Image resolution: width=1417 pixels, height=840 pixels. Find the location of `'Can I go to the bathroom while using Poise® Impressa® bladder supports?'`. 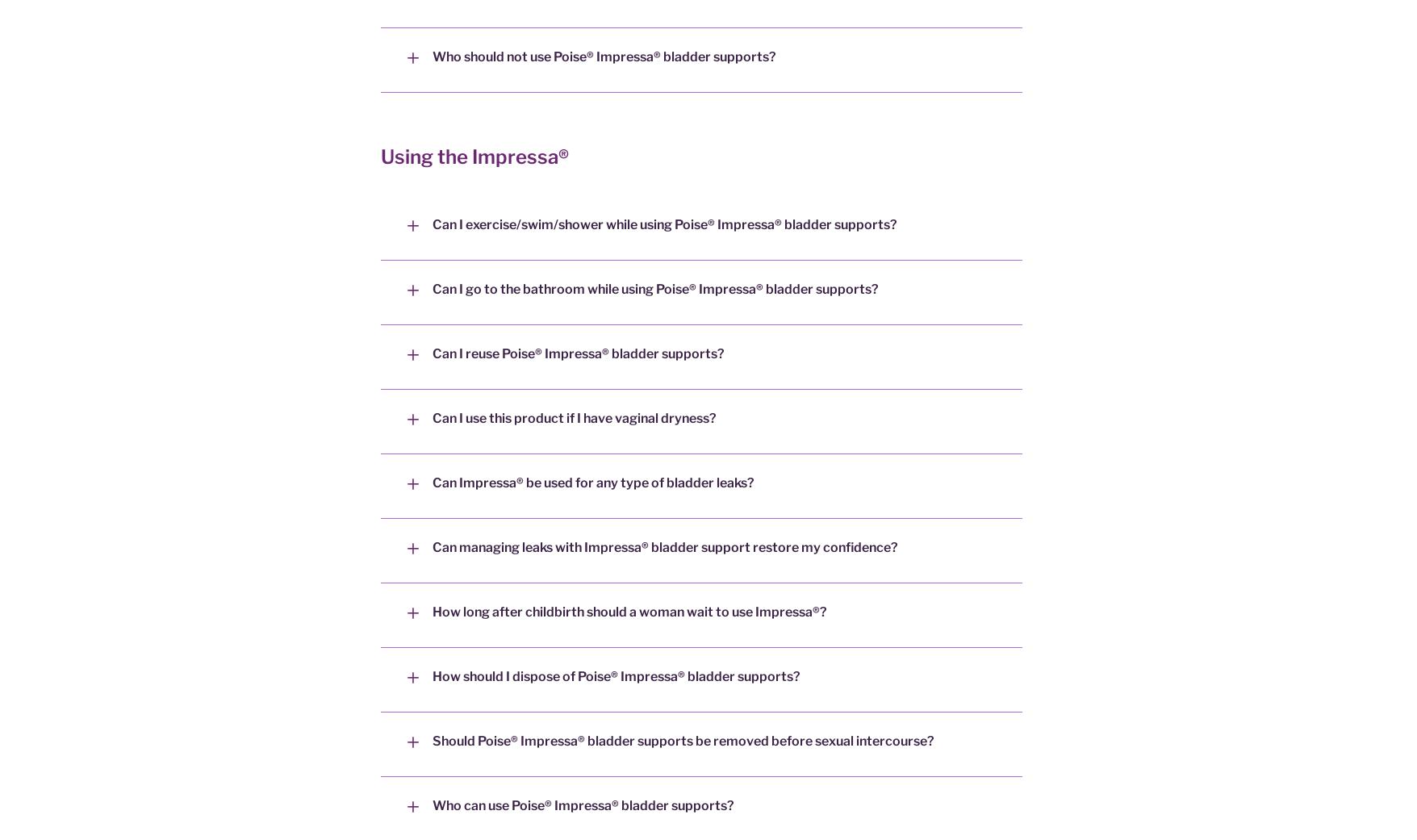

'Can I go to the bathroom while using Poise® Impressa® bladder supports?' is located at coordinates (654, 289).